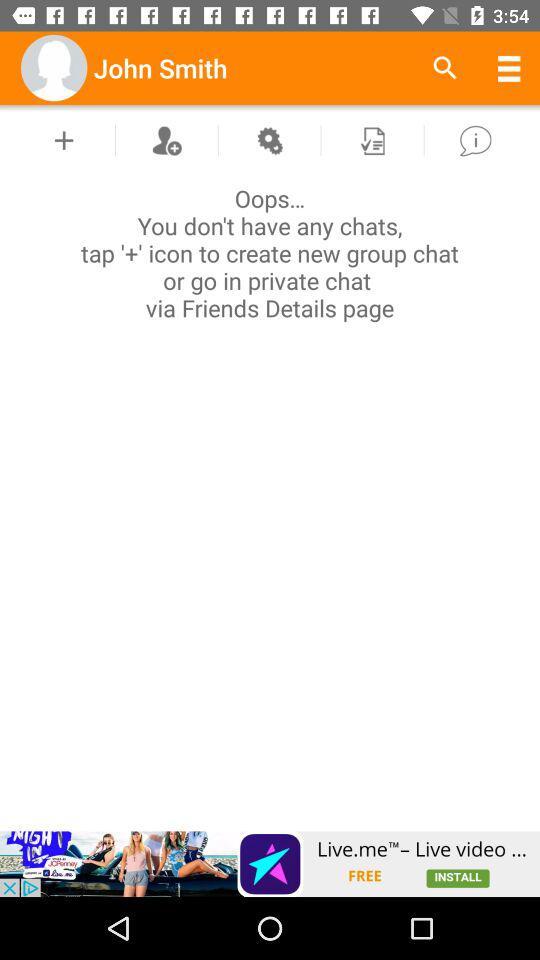 The height and width of the screenshot is (960, 540). What do you see at coordinates (474, 139) in the screenshot?
I see `information box` at bounding box center [474, 139].